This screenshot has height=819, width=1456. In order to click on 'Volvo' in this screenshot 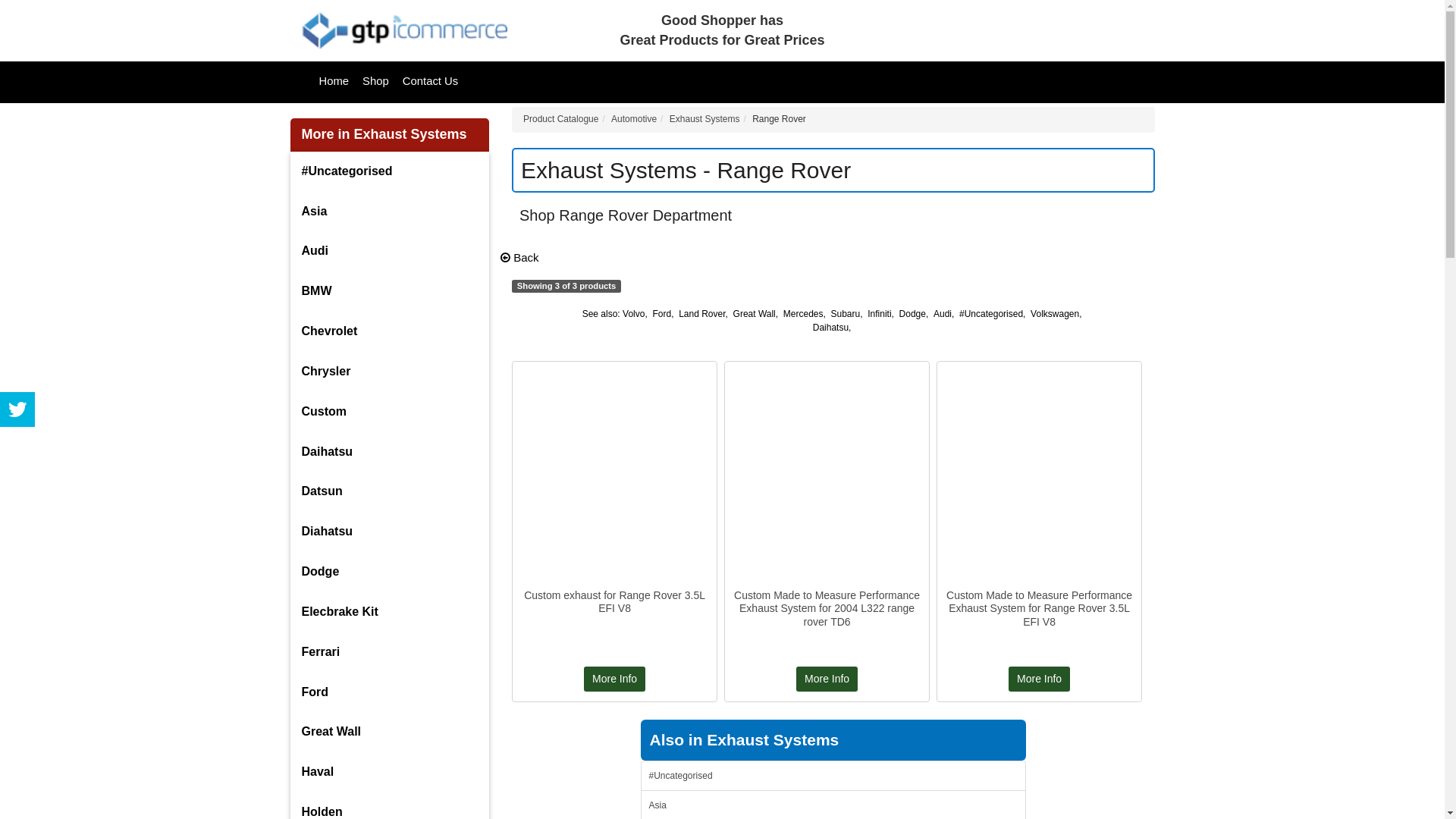, I will do `click(633, 312)`.